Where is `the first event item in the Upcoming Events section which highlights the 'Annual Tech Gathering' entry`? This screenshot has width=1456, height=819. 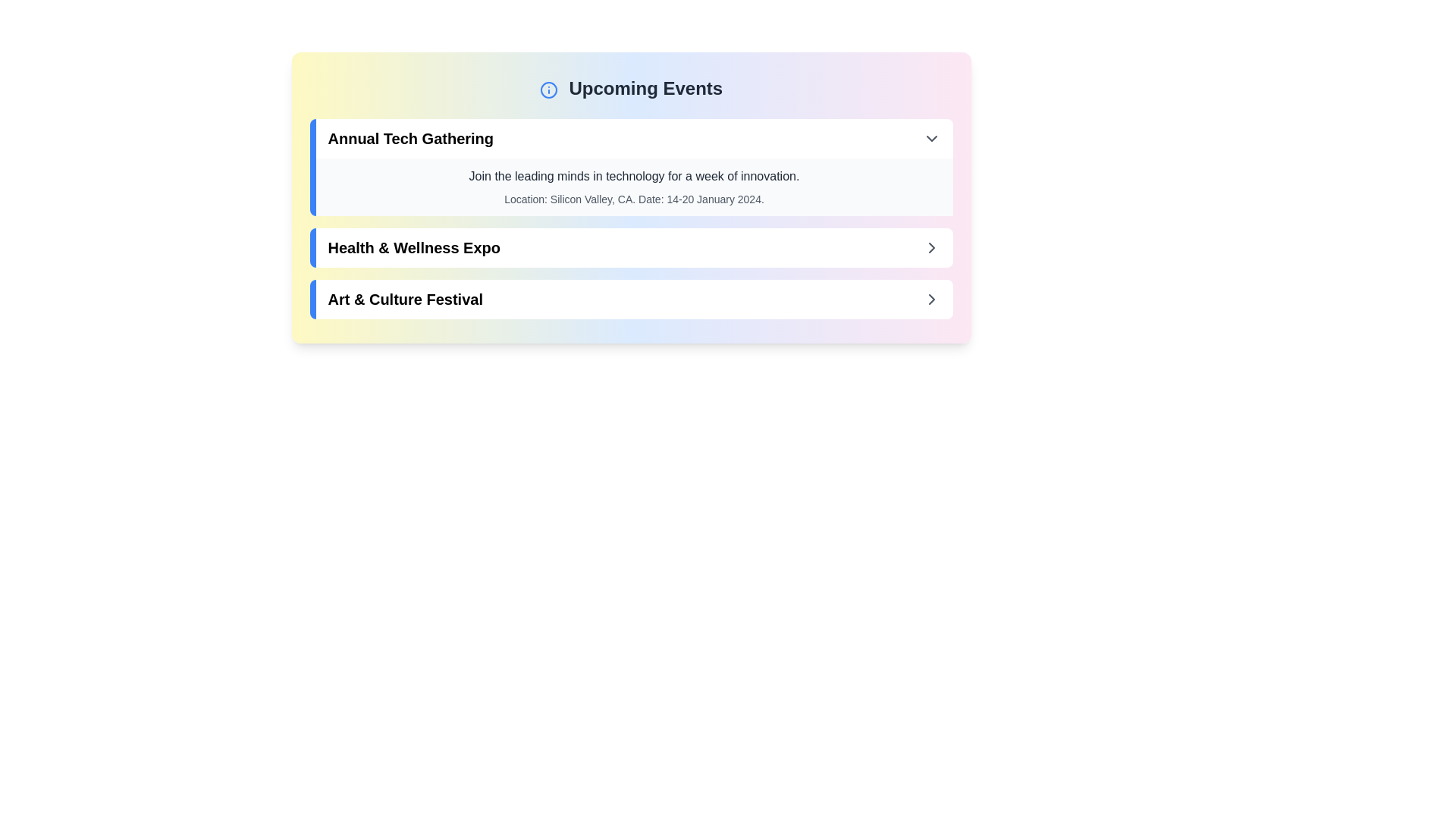
the first event item in the Upcoming Events section which highlights the 'Annual Tech Gathering' entry is located at coordinates (631, 219).